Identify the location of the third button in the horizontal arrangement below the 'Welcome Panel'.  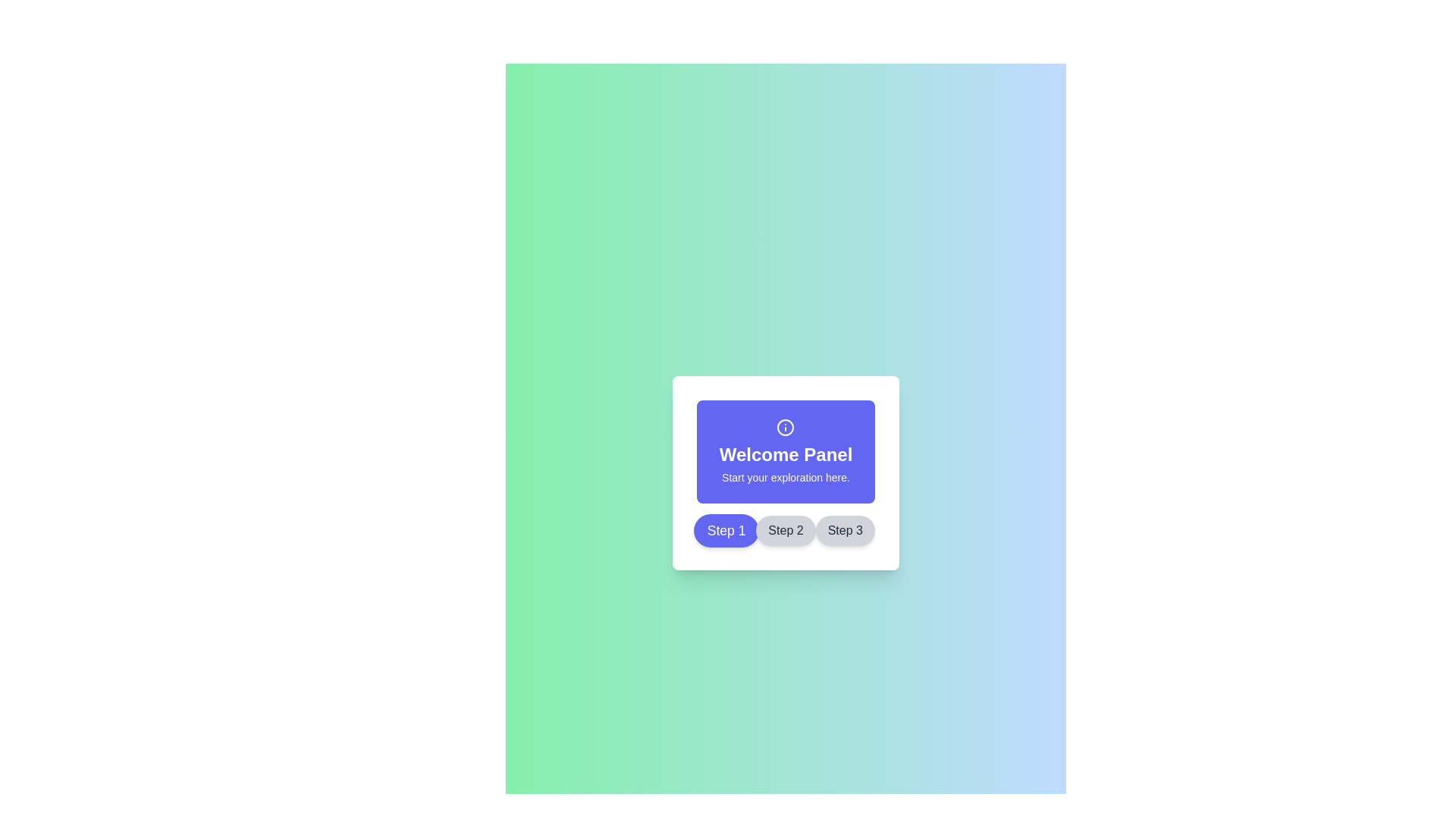
(844, 529).